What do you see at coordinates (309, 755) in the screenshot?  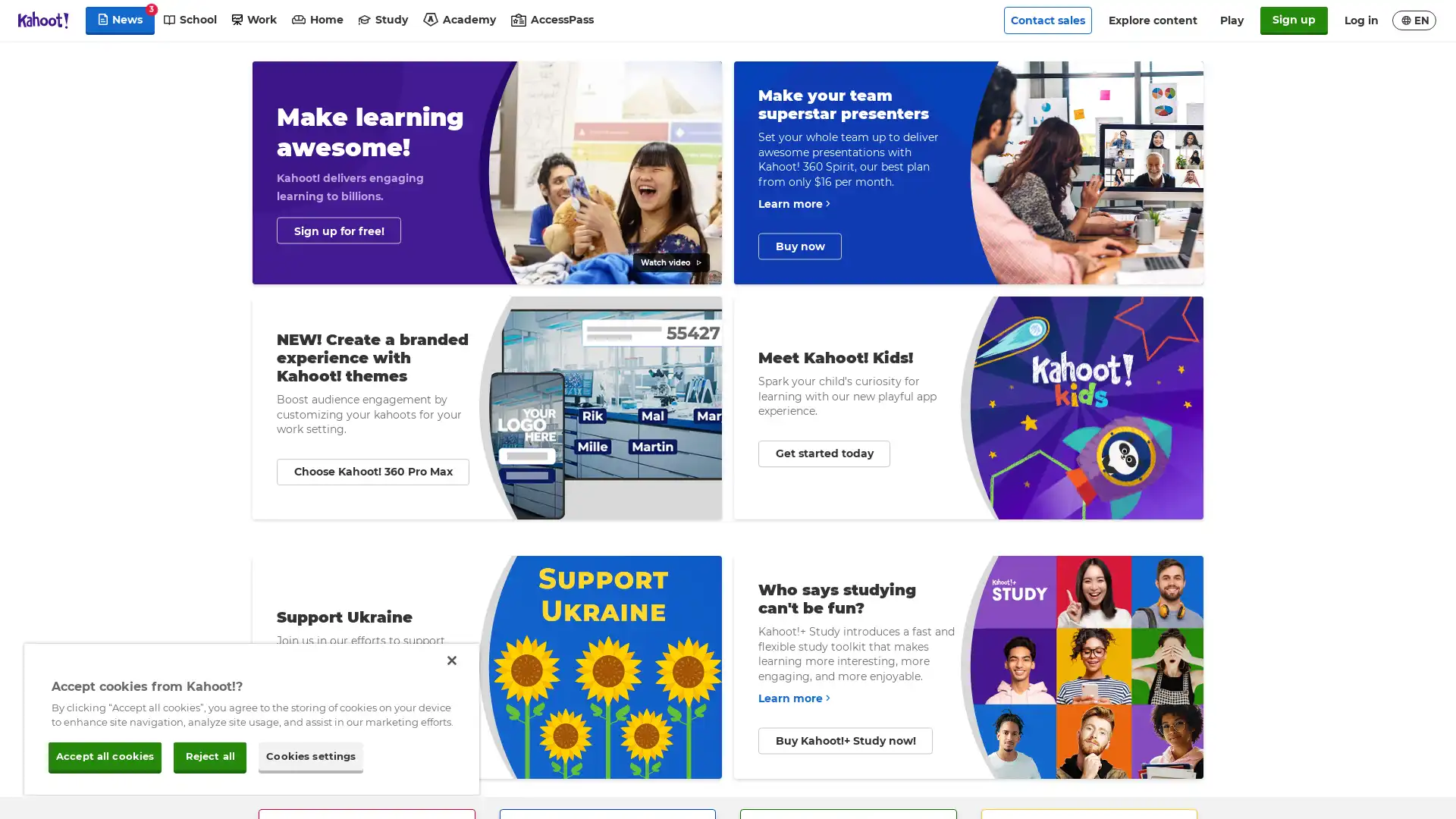 I see `Cookies settings` at bounding box center [309, 755].